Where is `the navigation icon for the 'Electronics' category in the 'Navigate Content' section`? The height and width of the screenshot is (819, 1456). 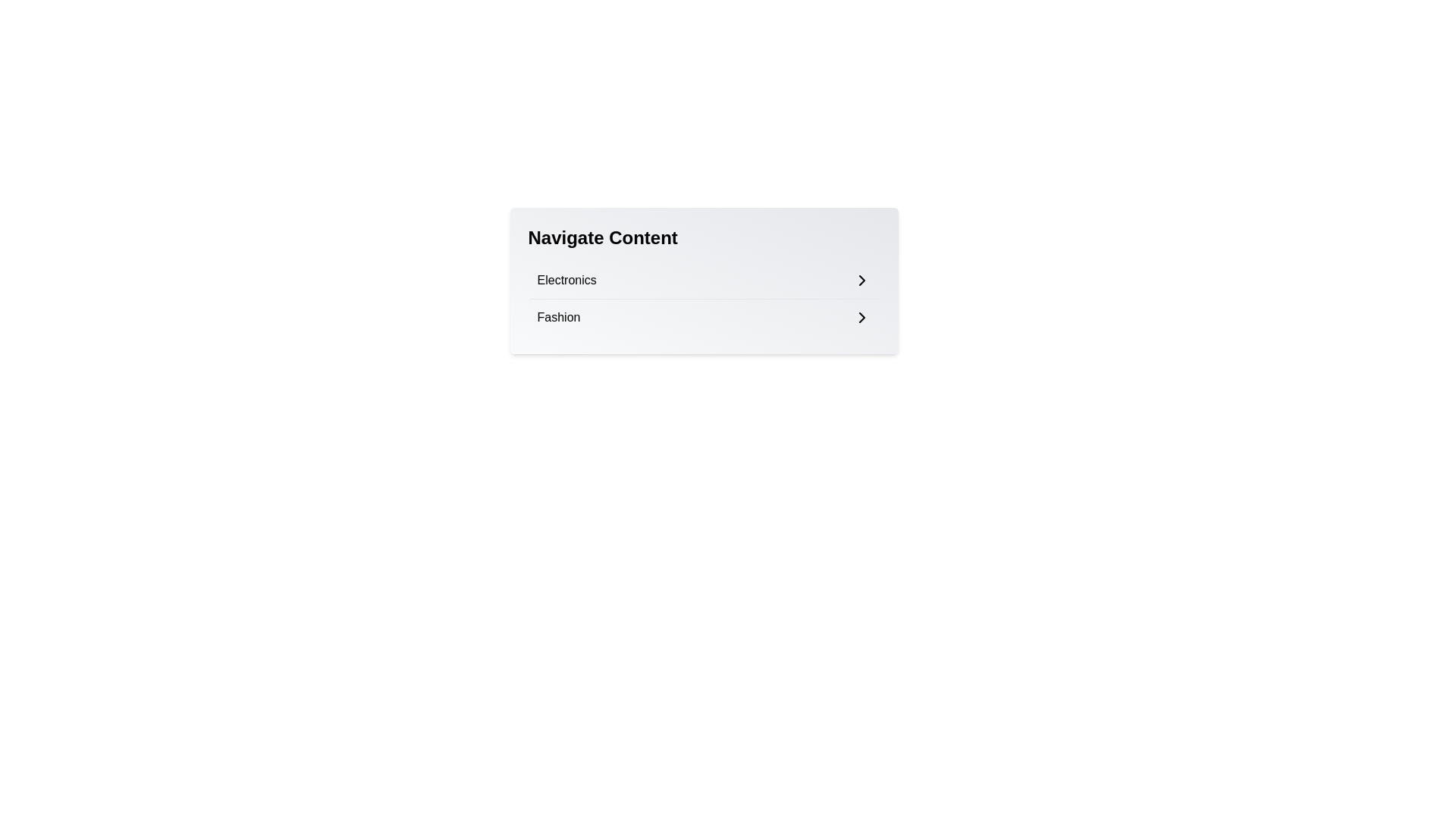
the navigation icon for the 'Electronics' category in the 'Navigate Content' section is located at coordinates (861, 281).